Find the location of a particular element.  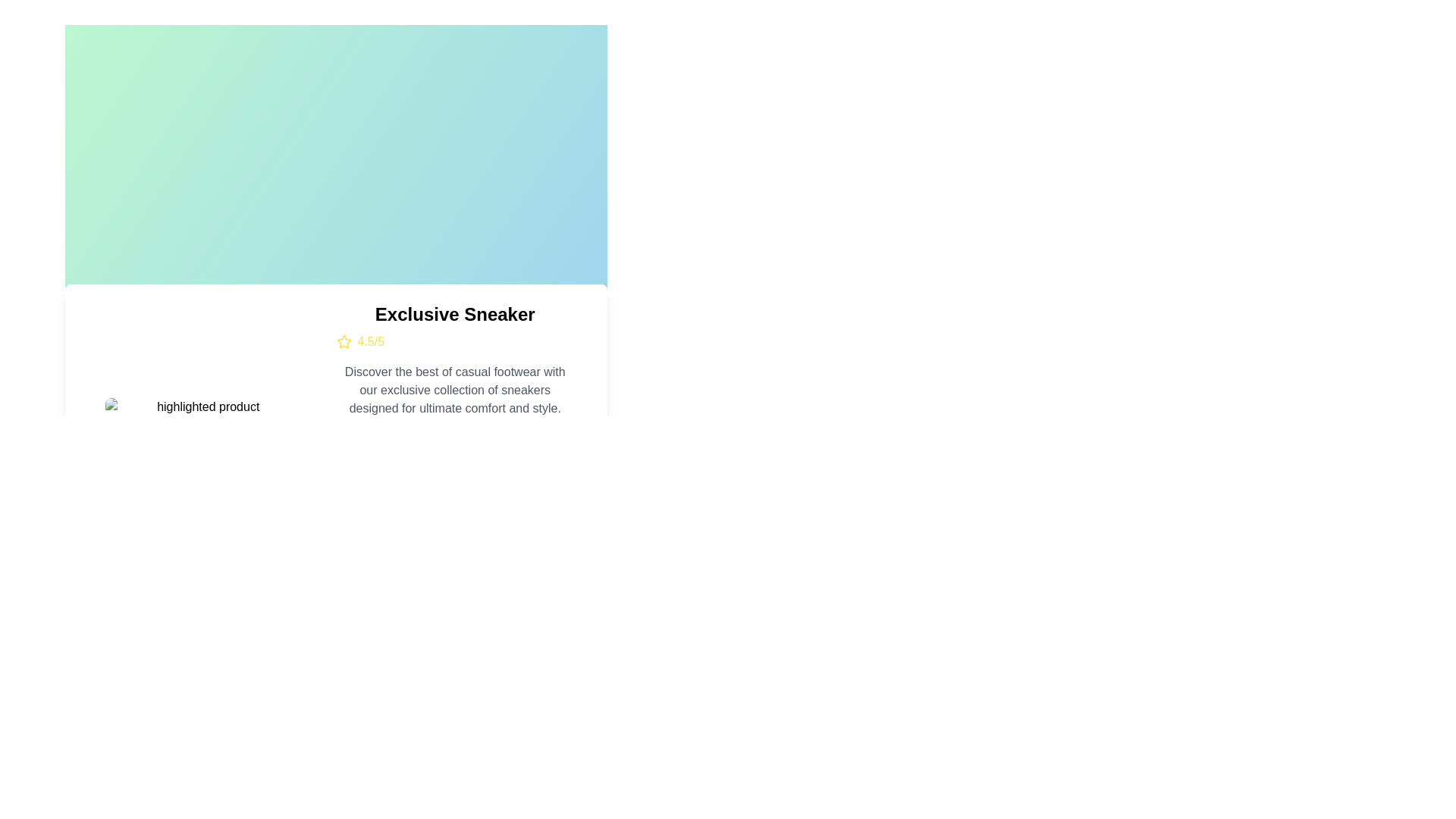

the small yellow star icon with a hollow center, which signifies a rating or favorite feature, located to the left of the rating text '4.5/5' is located at coordinates (343, 342).